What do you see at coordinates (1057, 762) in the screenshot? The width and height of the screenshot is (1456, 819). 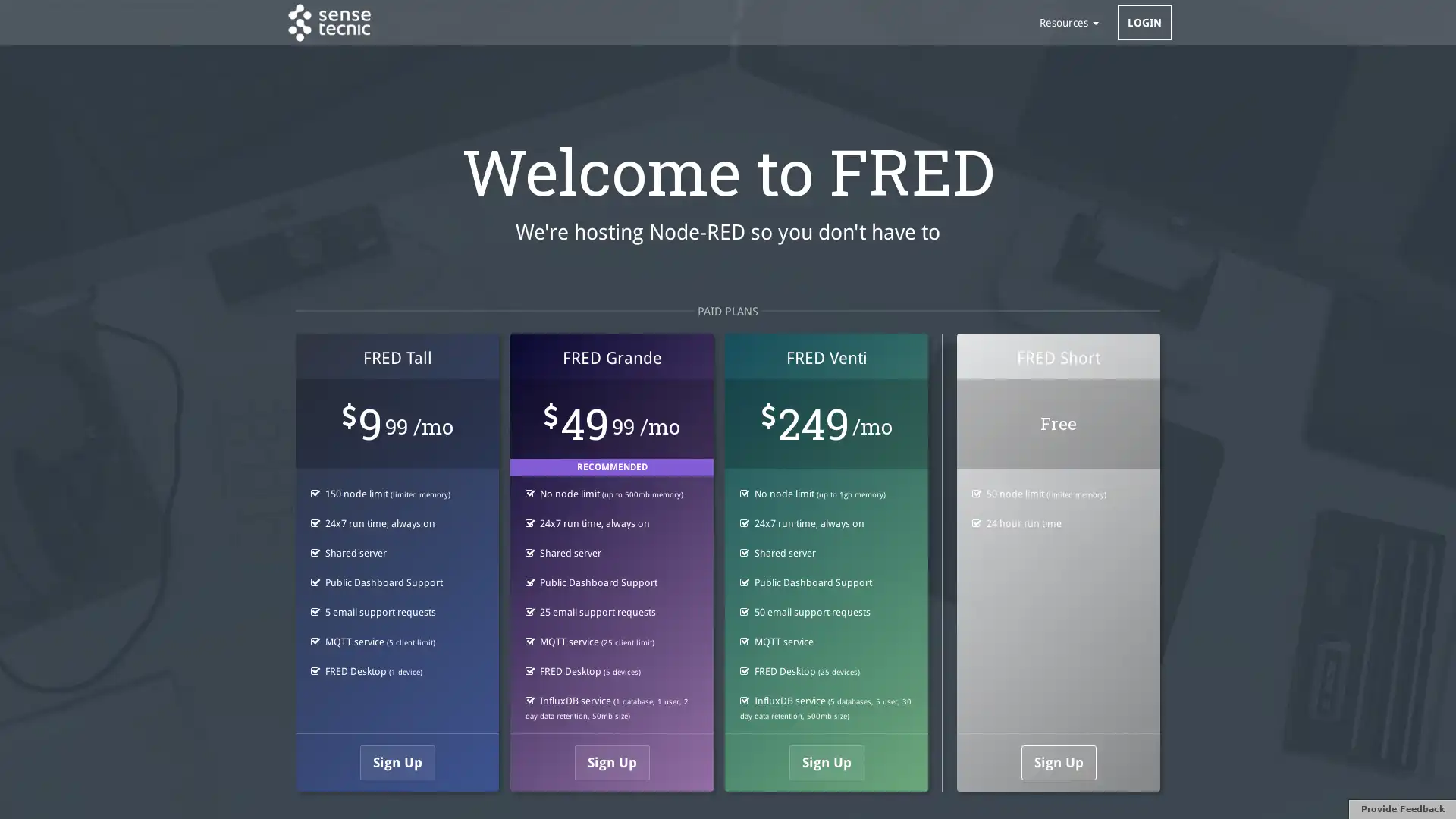 I see `Sign Up` at bounding box center [1057, 762].